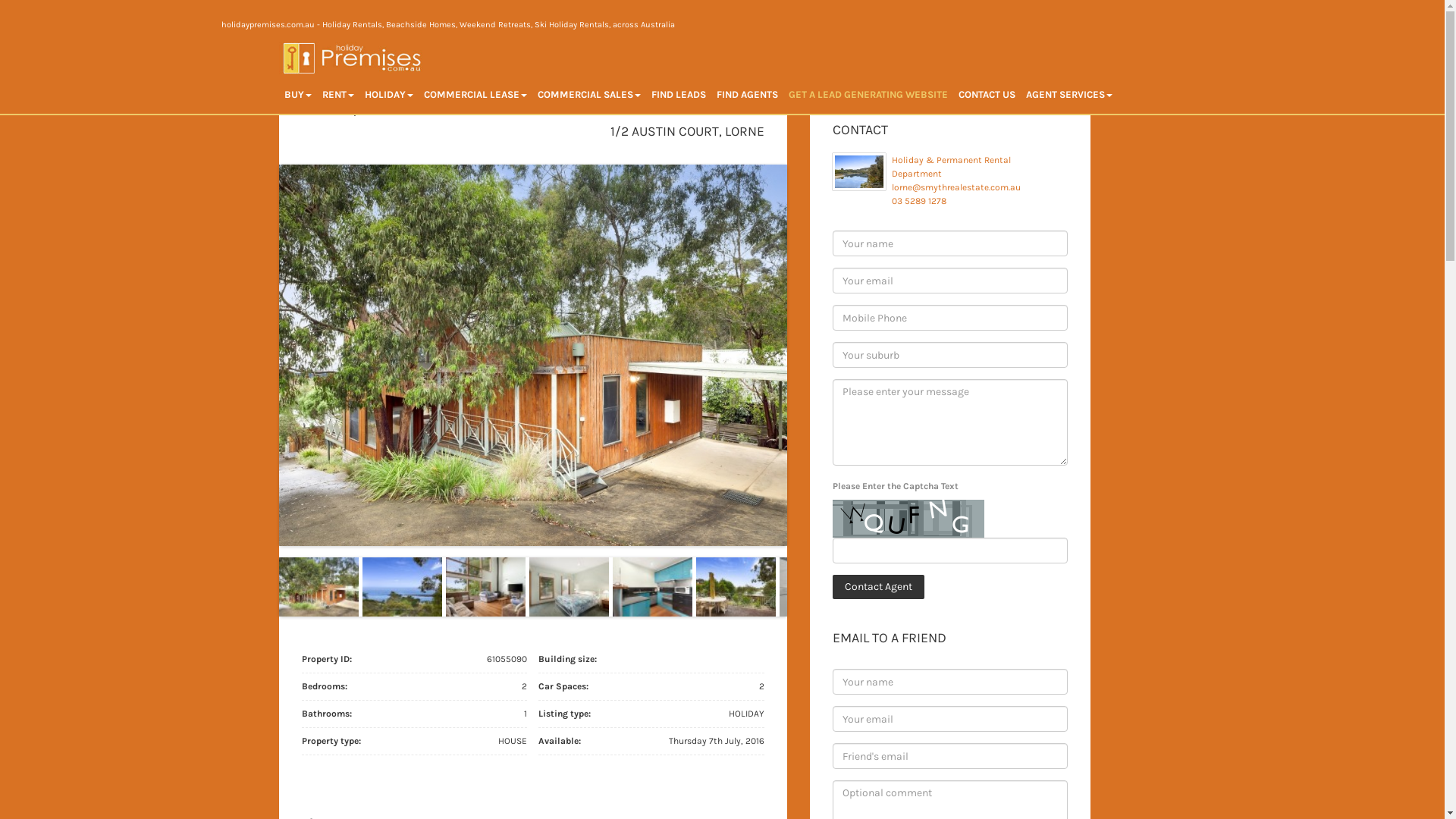 This screenshot has height=819, width=1456. I want to click on '* Please provide valid phone number', so click(949, 317).